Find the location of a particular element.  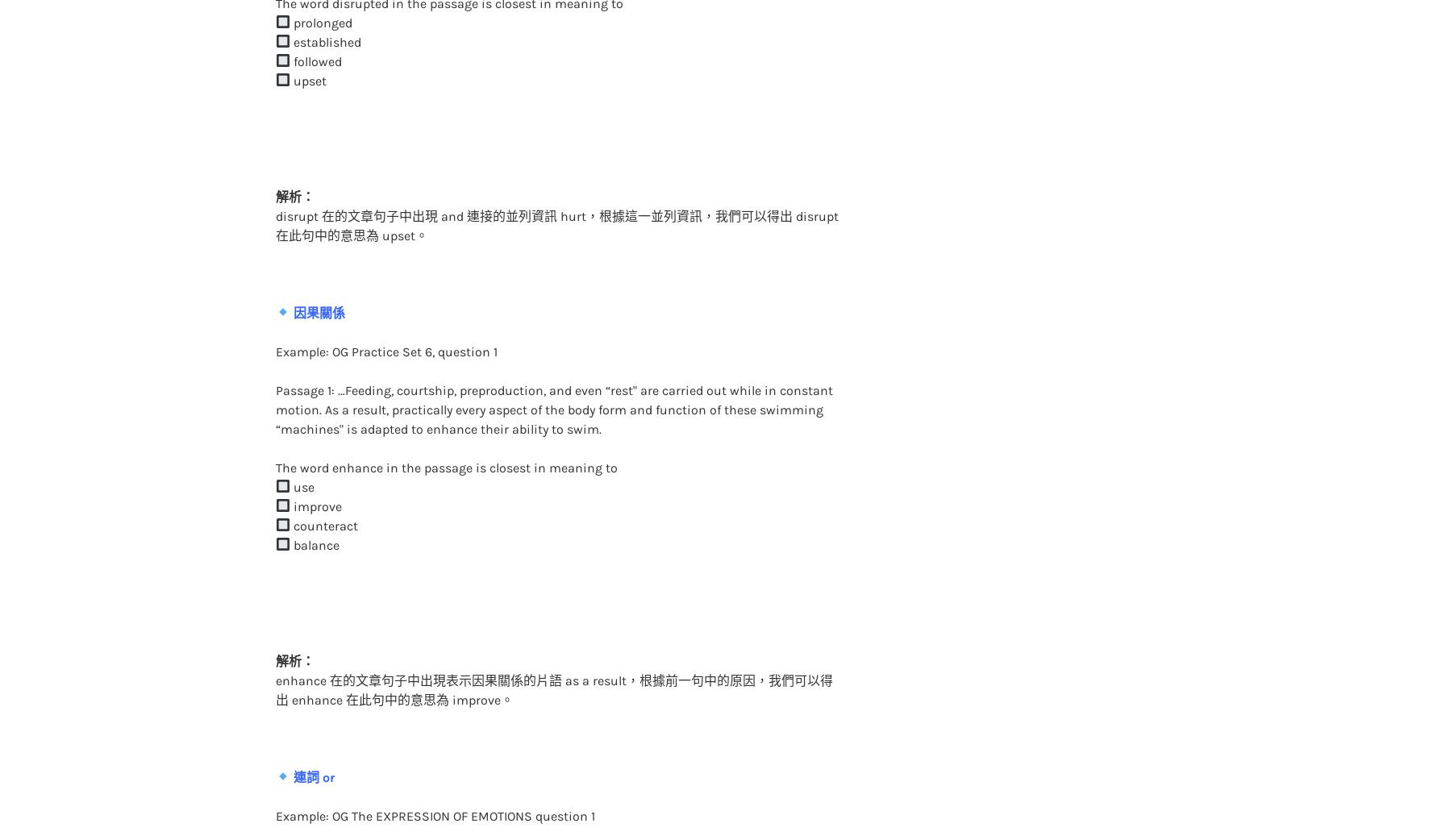

'disrupt 在的文章句子中出現 and 連接的並列資訊 hurt，根據這一並列資訊，我們可以得出 disrupt 在此句中的意思為 upset。' is located at coordinates (556, 192).